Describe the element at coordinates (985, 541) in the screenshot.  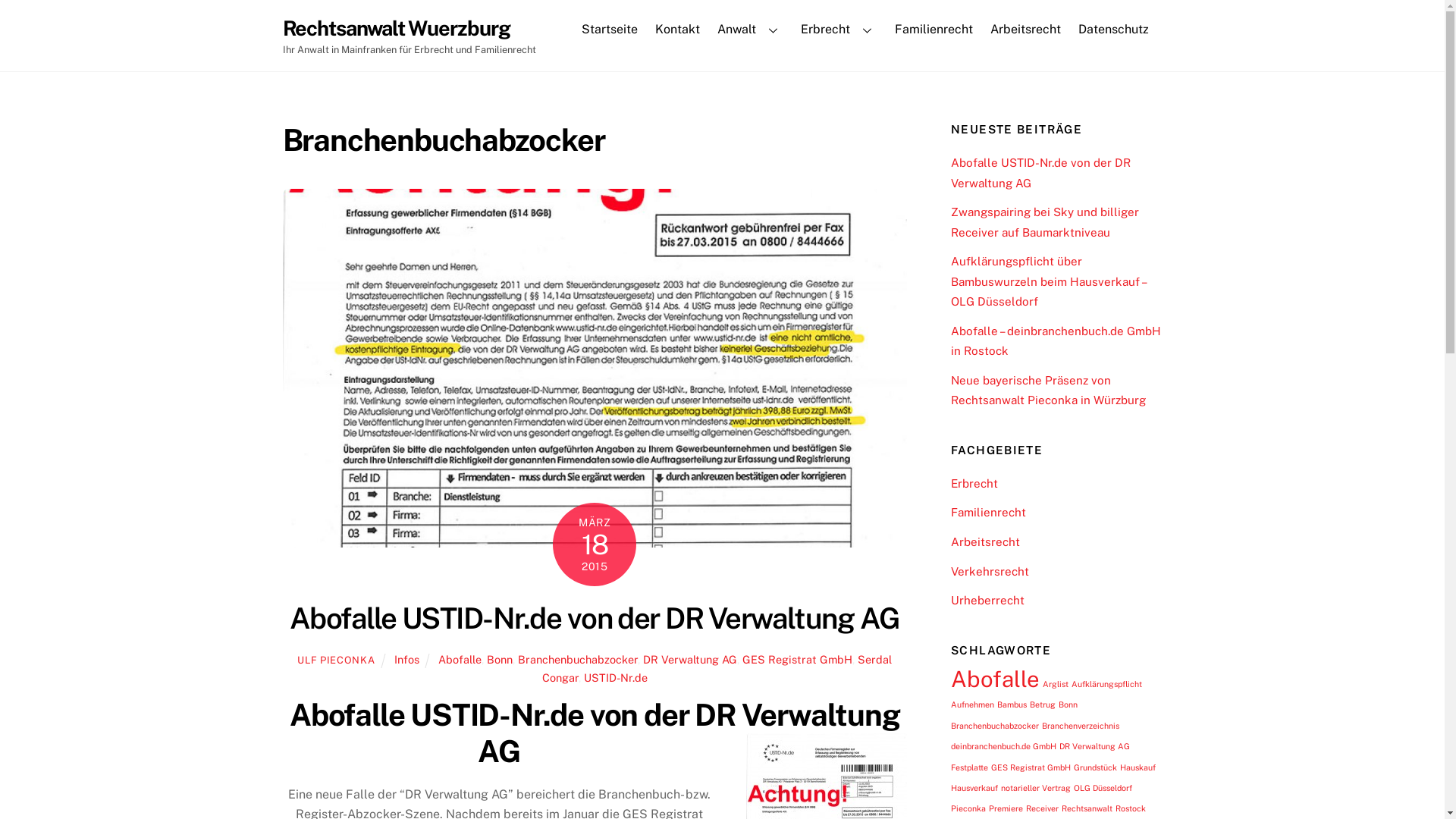
I see `'Arbeitsrecht'` at that location.